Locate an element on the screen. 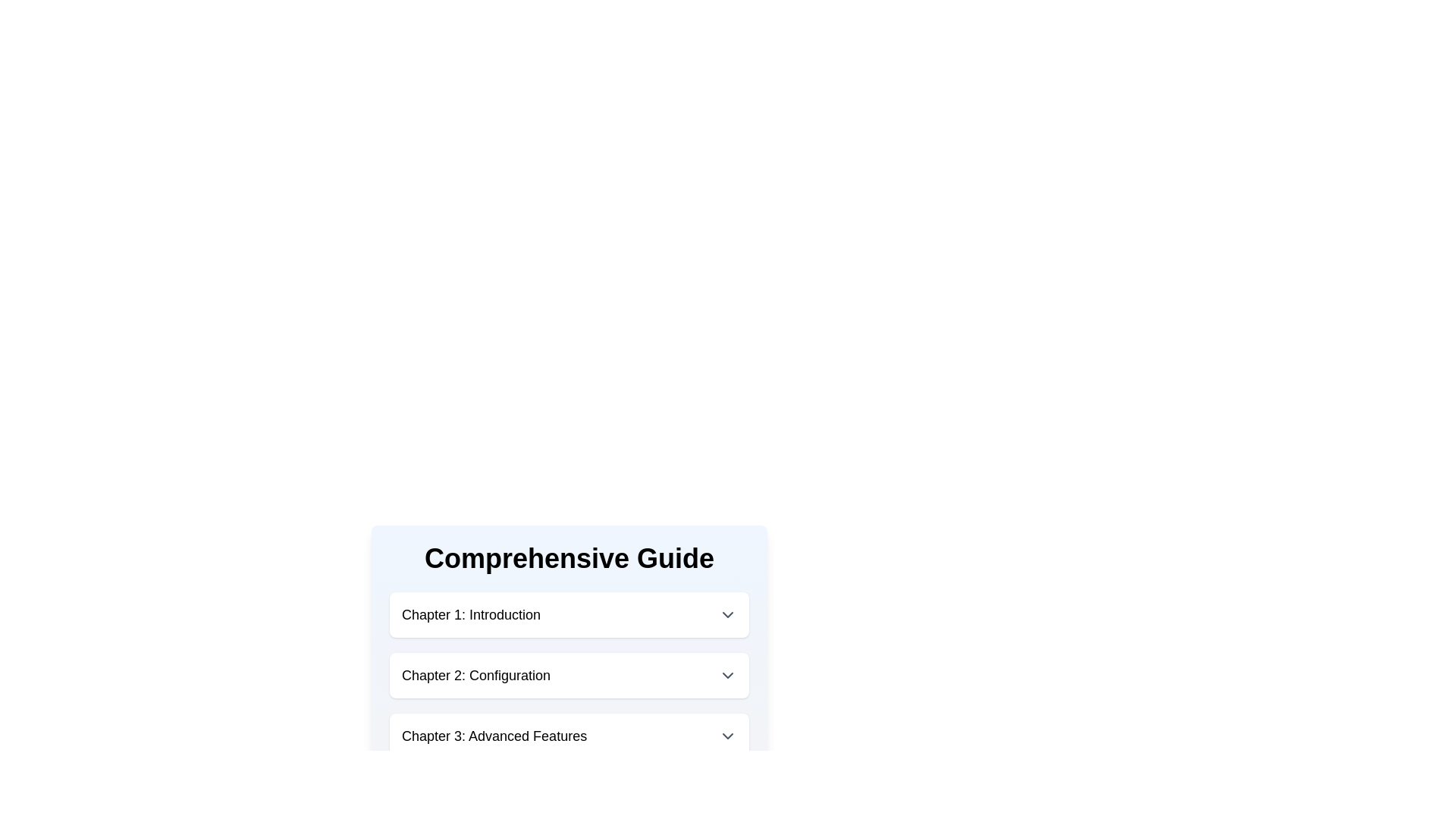 This screenshot has height=819, width=1456. the Chevron Down icon located at the far right of the row with the text 'Chapter 3: Advanced Features' is located at coordinates (728, 736).